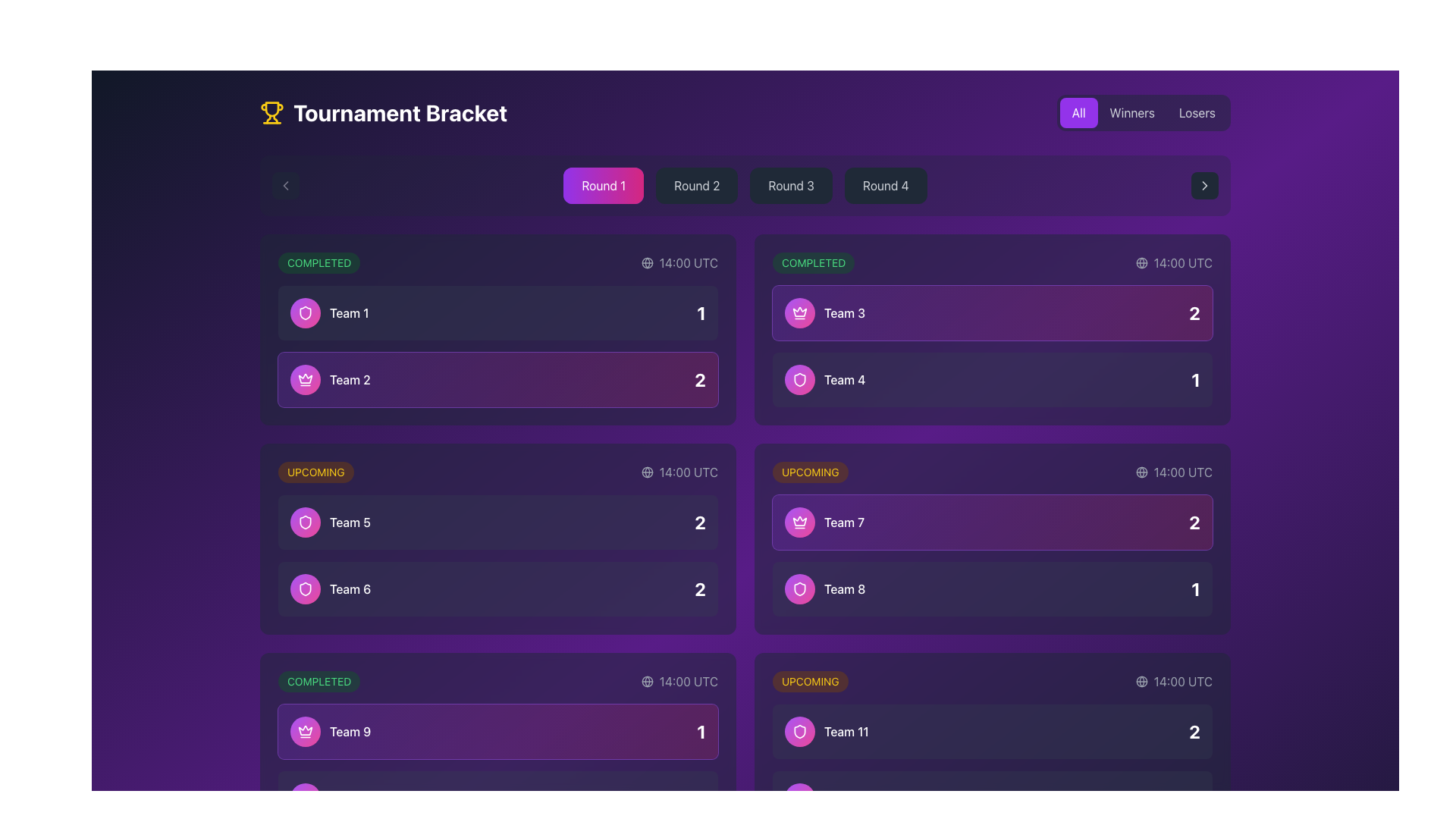 Image resolution: width=1456 pixels, height=819 pixels. Describe the element at coordinates (688, 472) in the screenshot. I see `content displayed on the text label that shows '14:00 UTC', located in the top right corner of the match scorecard` at that location.